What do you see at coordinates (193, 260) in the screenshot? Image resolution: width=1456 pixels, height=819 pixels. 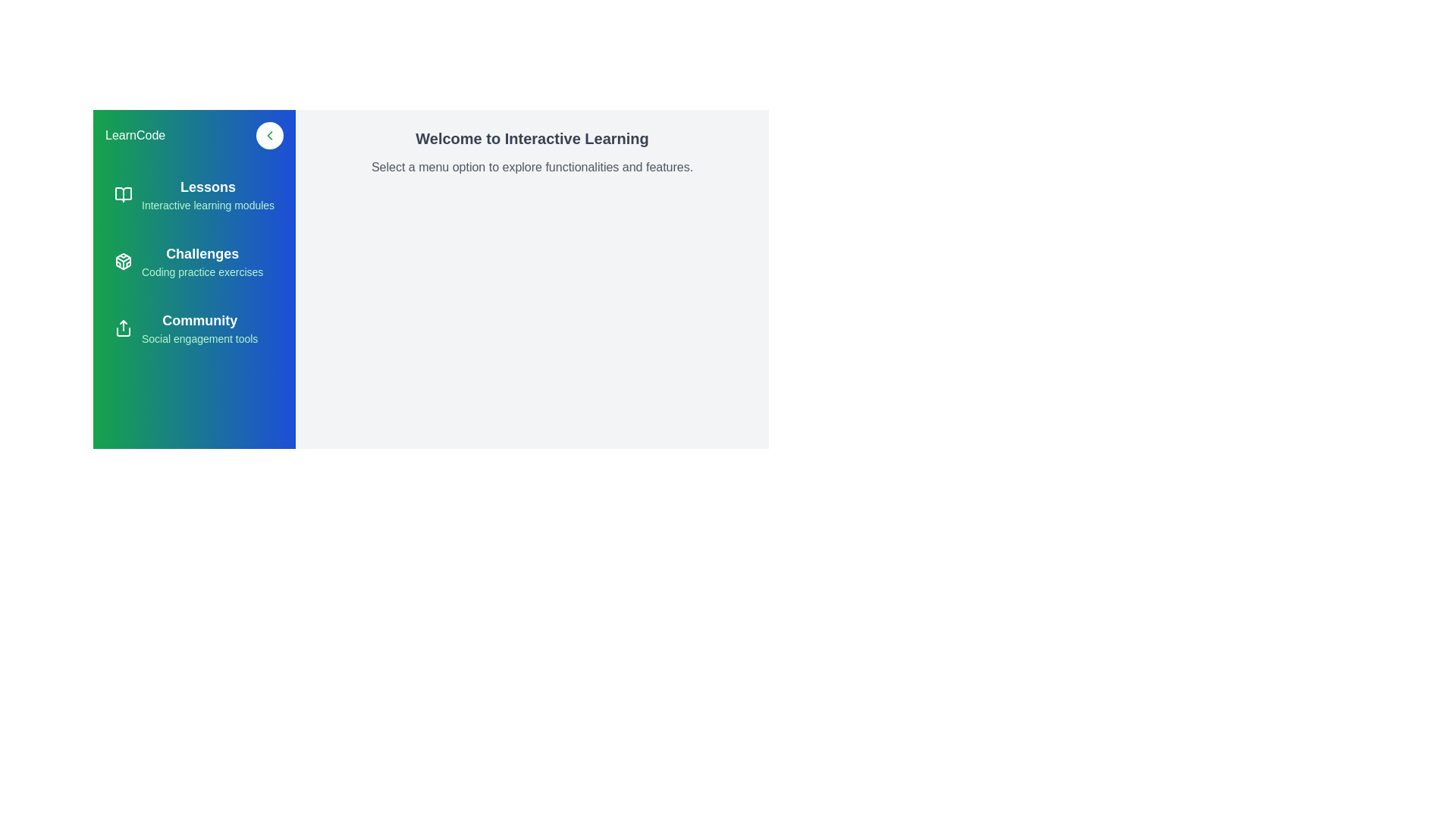 I see `the section corresponding to Challenges` at bounding box center [193, 260].